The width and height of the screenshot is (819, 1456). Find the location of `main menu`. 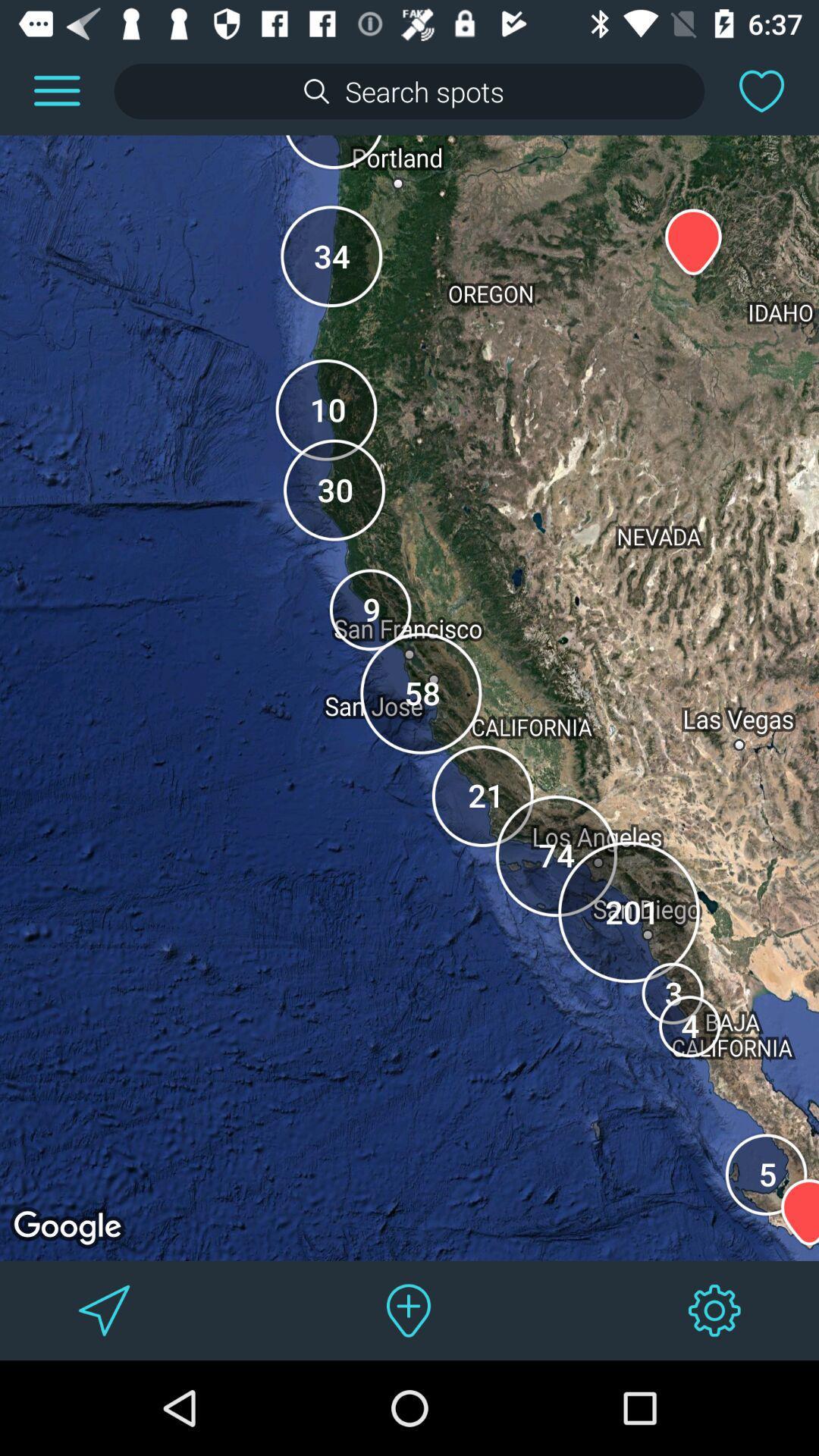

main menu is located at coordinates (56, 90).